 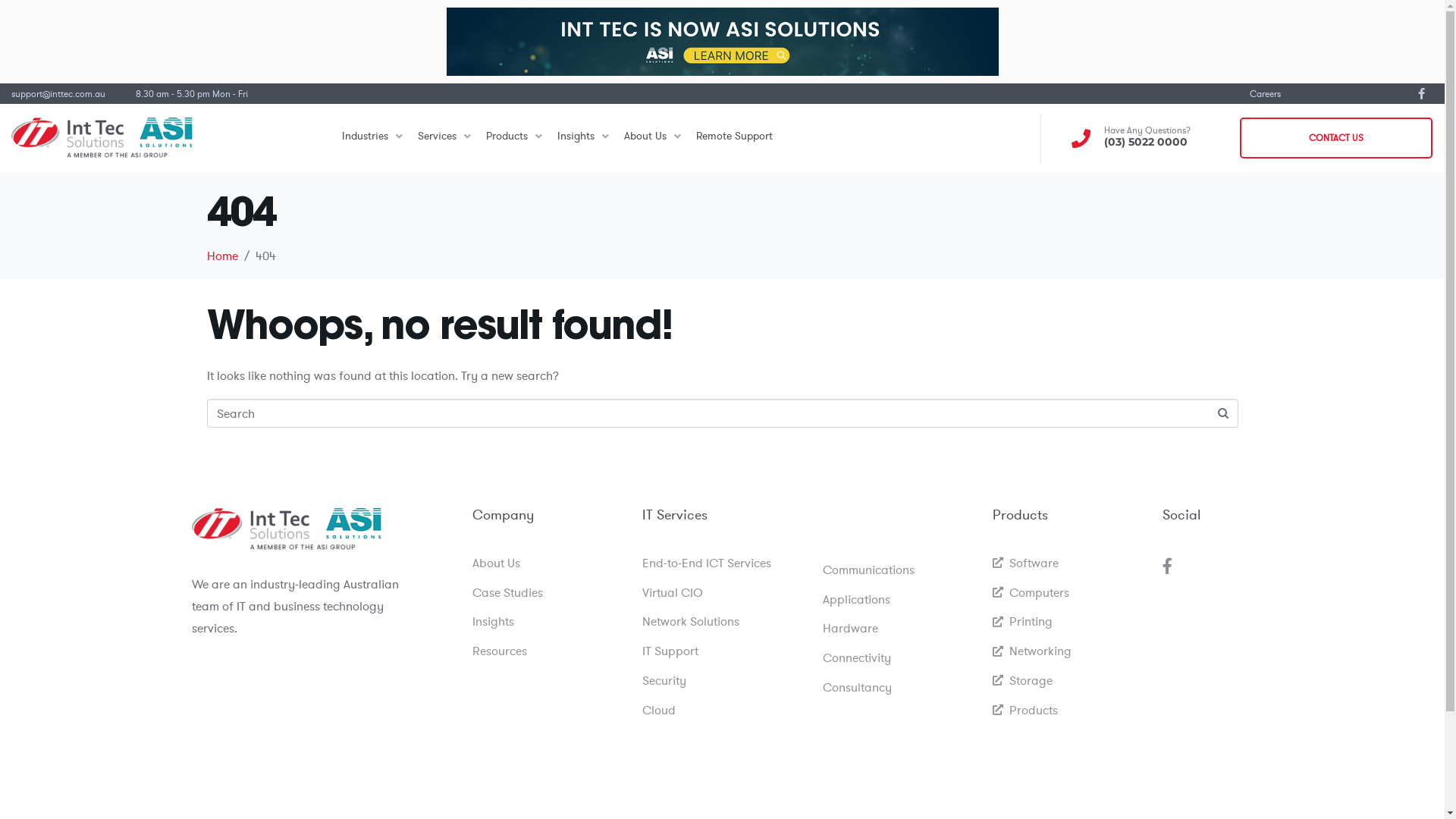 I want to click on 'CONTACT US', so click(x=1335, y=137).